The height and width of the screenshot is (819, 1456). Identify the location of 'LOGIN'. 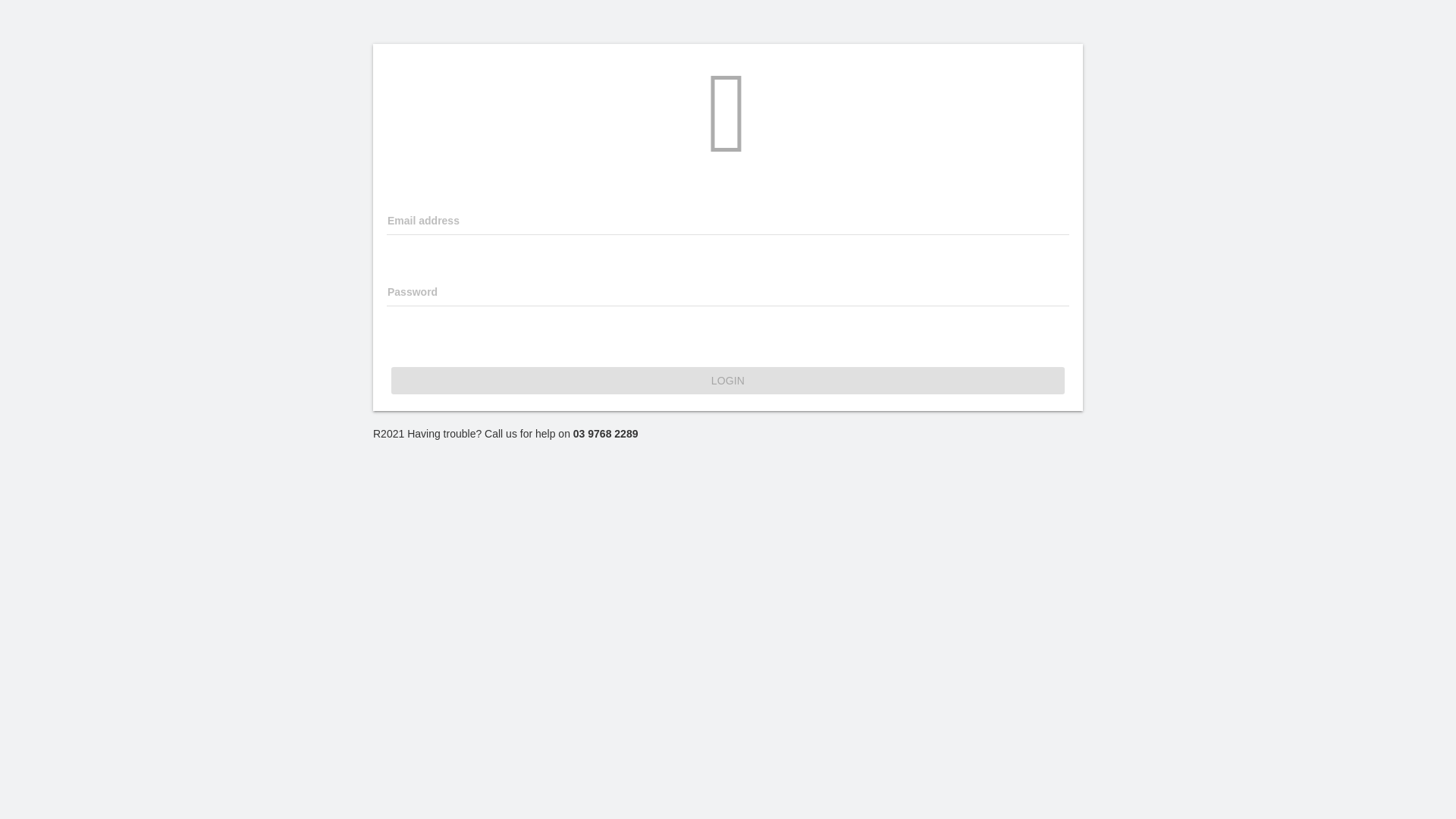
(728, 379).